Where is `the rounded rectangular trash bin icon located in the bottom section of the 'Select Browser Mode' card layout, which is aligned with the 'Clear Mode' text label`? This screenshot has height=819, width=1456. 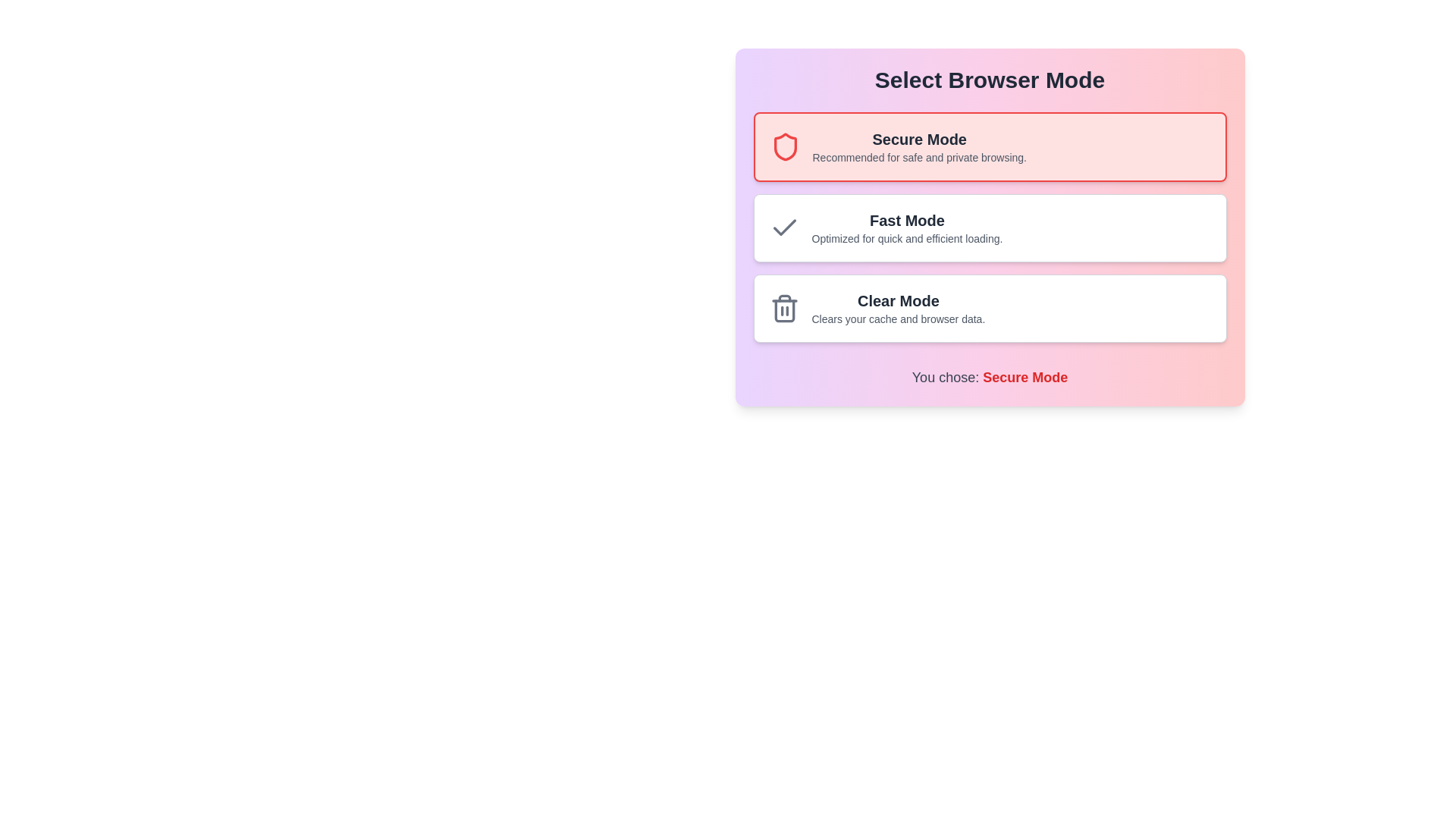 the rounded rectangular trash bin icon located in the bottom section of the 'Select Browser Mode' card layout, which is aligned with the 'Clear Mode' text label is located at coordinates (784, 310).